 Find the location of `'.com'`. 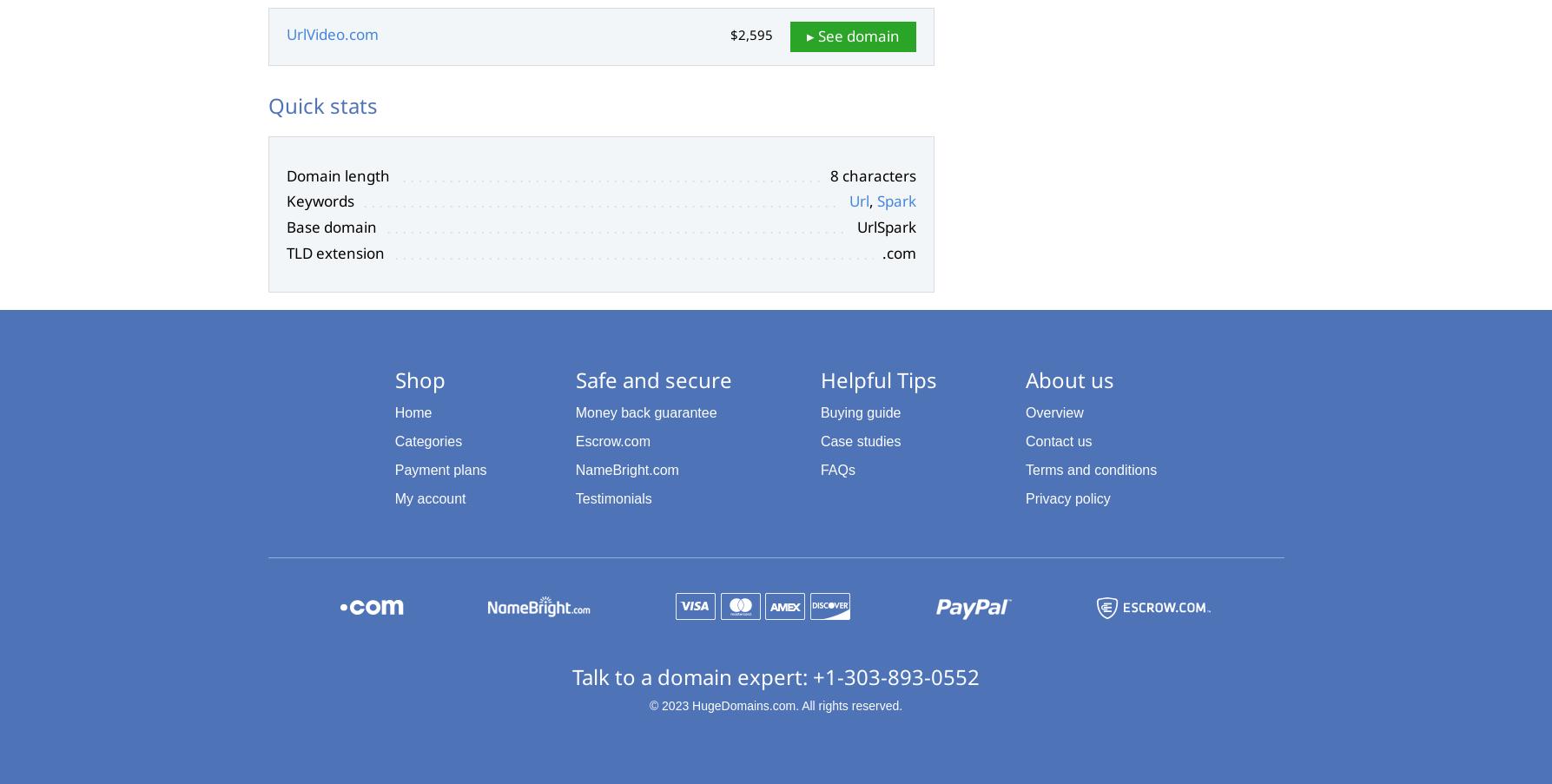

'.com' is located at coordinates (881, 251).